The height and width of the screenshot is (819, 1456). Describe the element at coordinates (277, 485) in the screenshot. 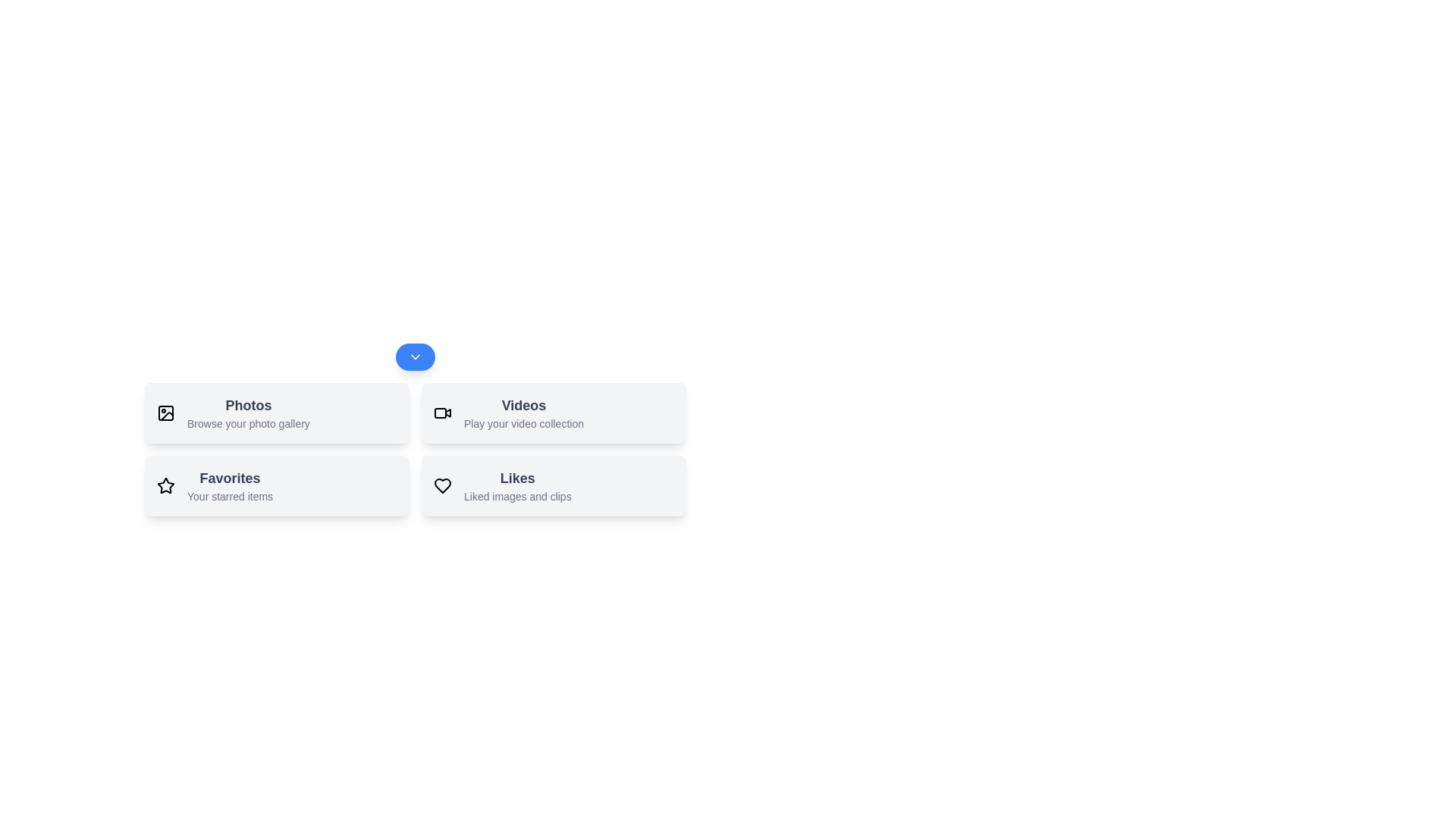

I see `the action button labeled 'Favorites' to observe its visual effects` at that location.